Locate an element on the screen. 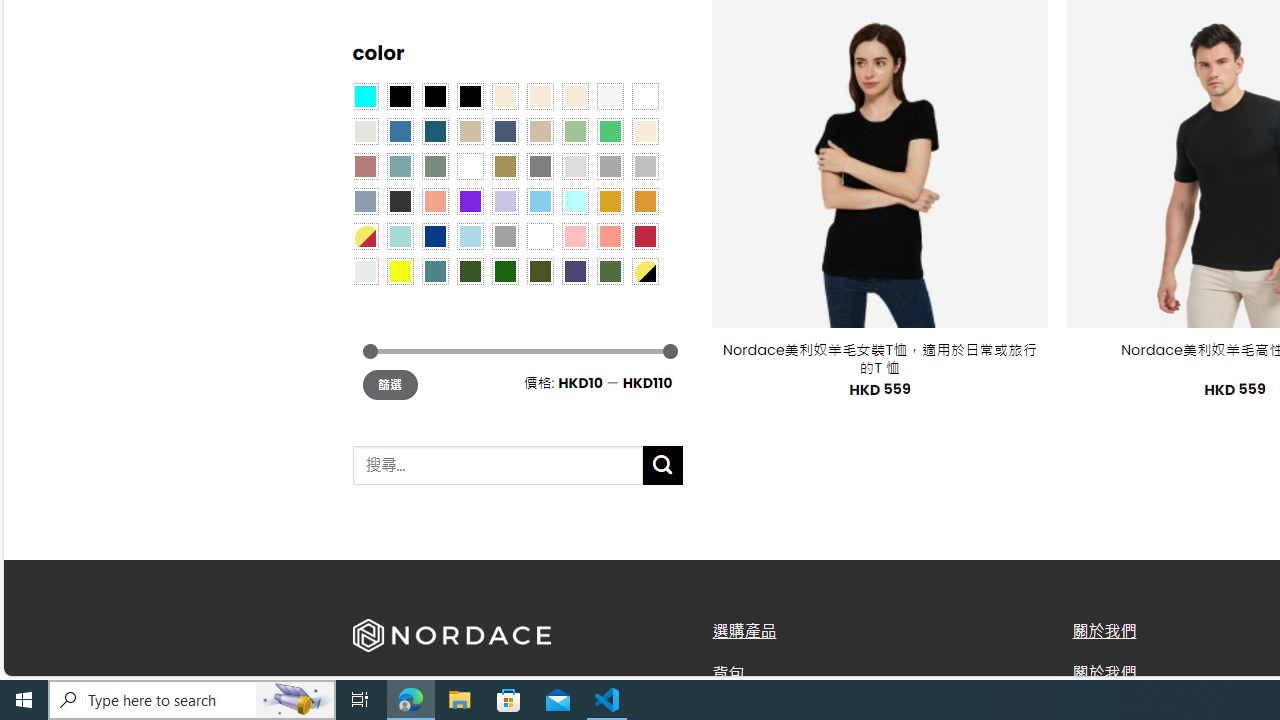 The image size is (1280, 720). 'Dull Nickle' is located at coordinates (364, 270).